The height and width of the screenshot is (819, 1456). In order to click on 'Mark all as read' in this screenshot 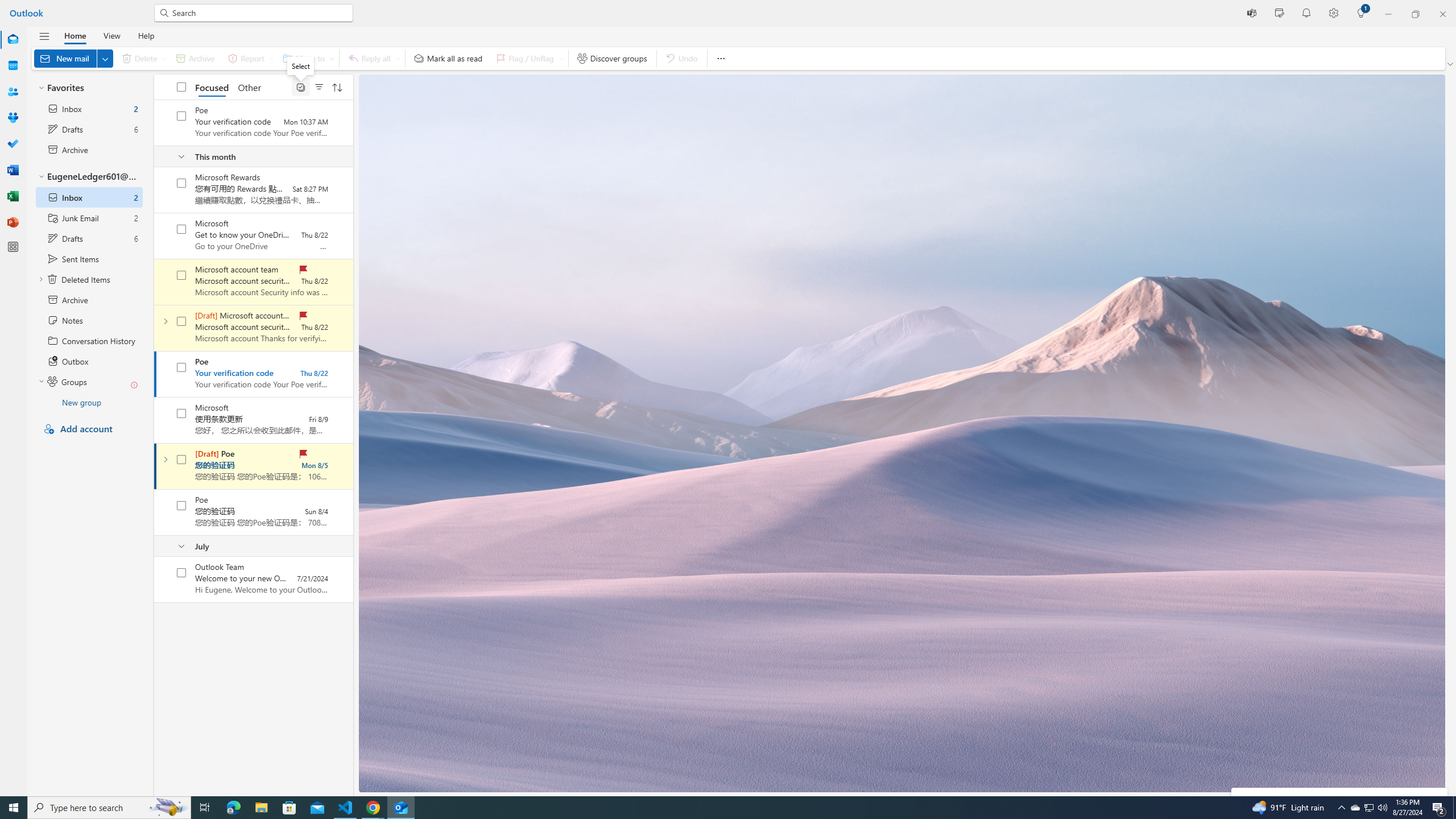, I will do `click(448, 58)`.